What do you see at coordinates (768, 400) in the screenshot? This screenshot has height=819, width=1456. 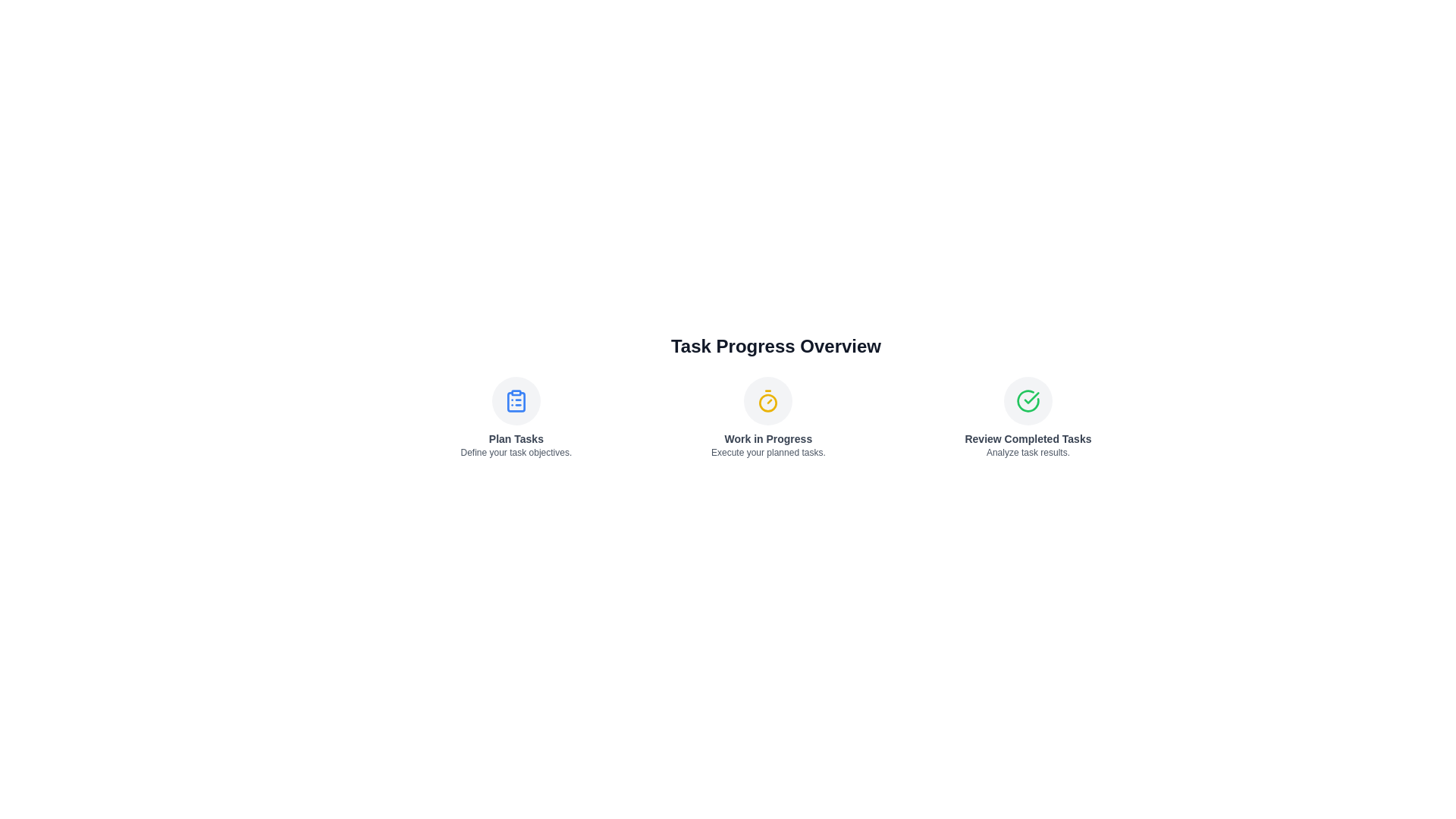 I see `the icon of the step Work in Progress` at bounding box center [768, 400].